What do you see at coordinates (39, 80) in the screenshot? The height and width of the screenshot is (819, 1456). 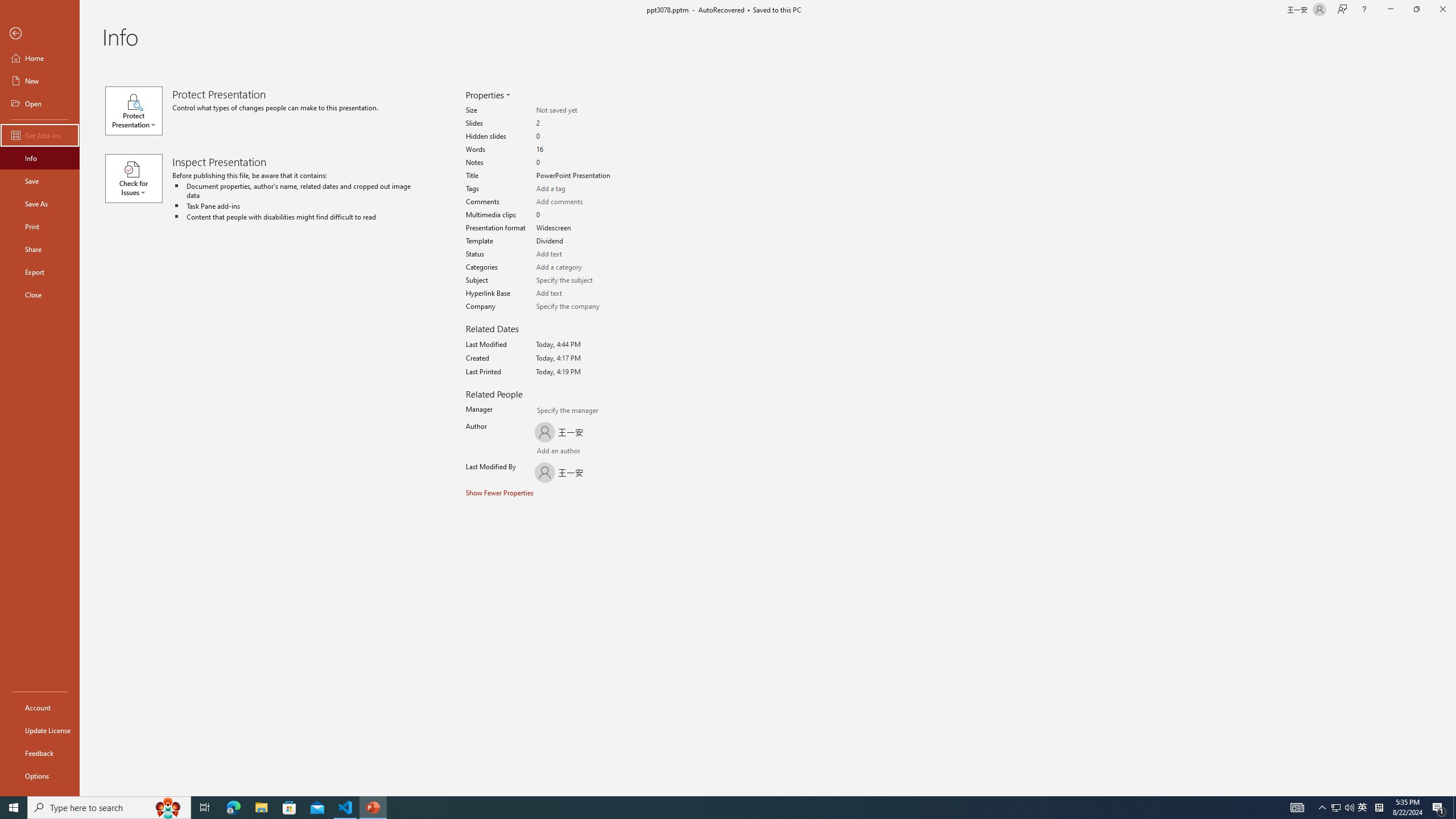 I see `'New'` at bounding box center [39, 80].